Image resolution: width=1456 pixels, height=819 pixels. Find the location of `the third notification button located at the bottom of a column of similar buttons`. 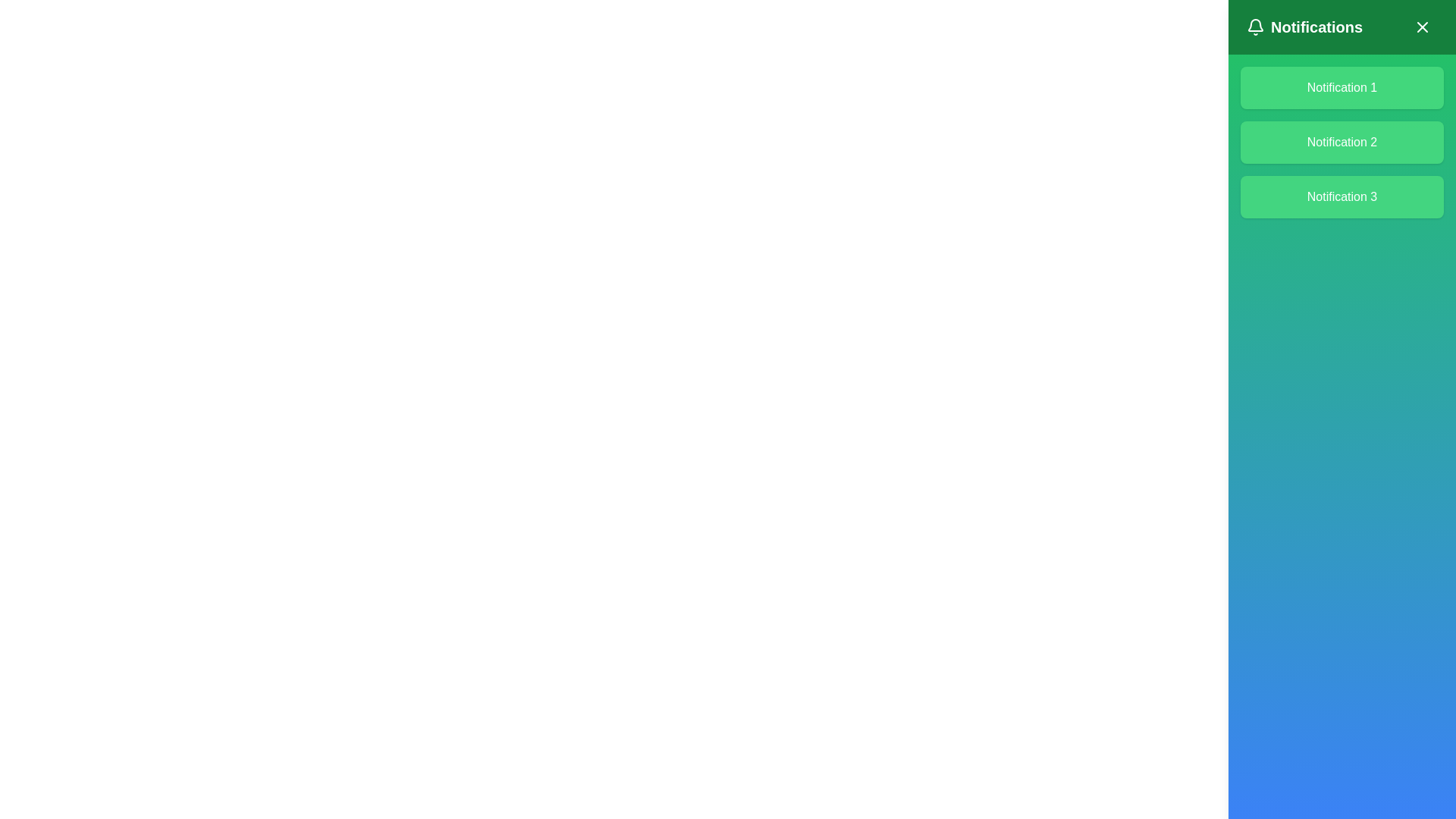

the third notification button located at the bottom of a column of similar buttons is located at coordinates (1342, 196).